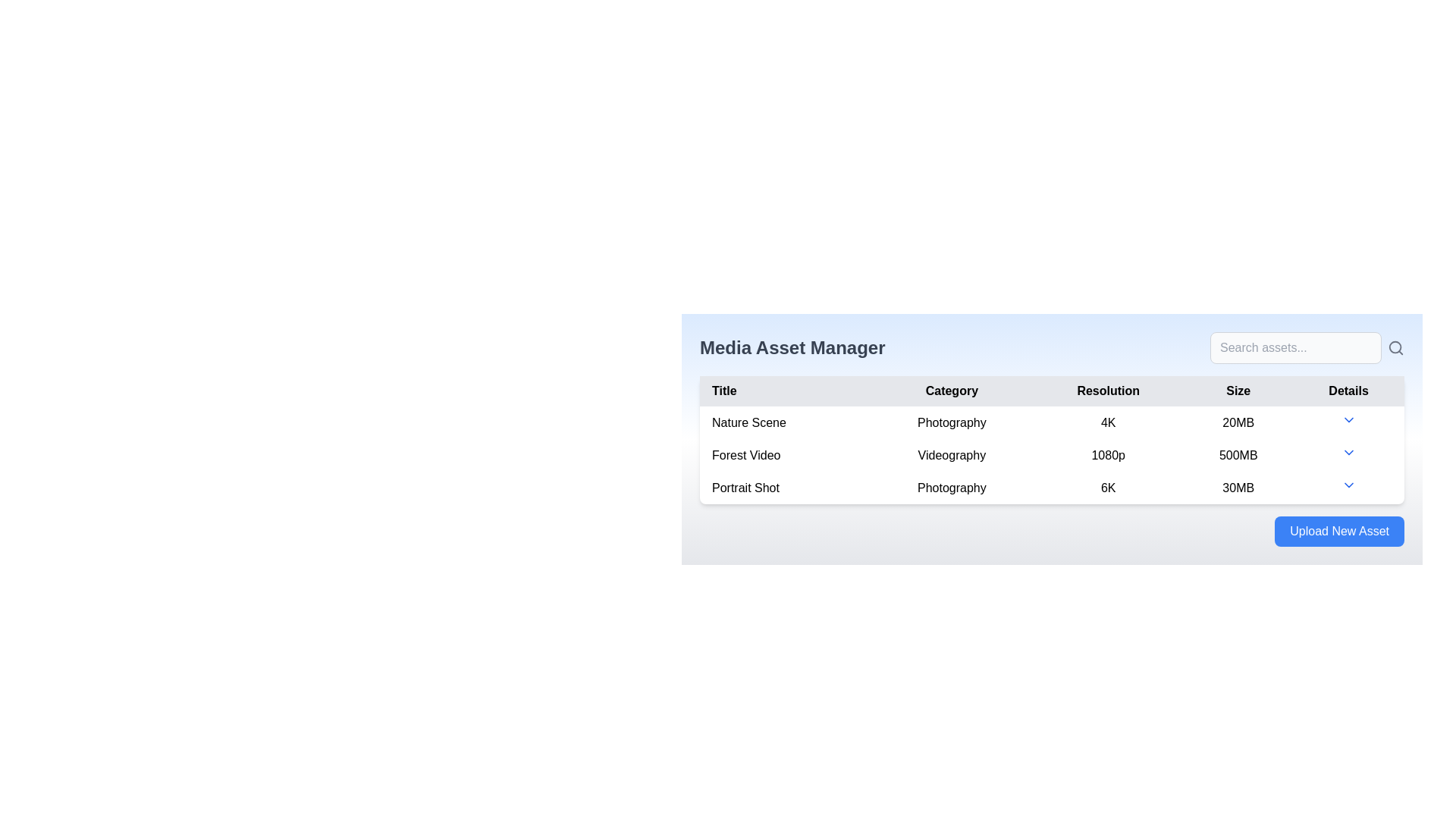  What do you see at coordinates (1051, 488) in the screenshot?
I see `the individual items in the third row of the 'Media Asset Manager' table, which presents details about a media asset` at bounding box center [1051, 488].